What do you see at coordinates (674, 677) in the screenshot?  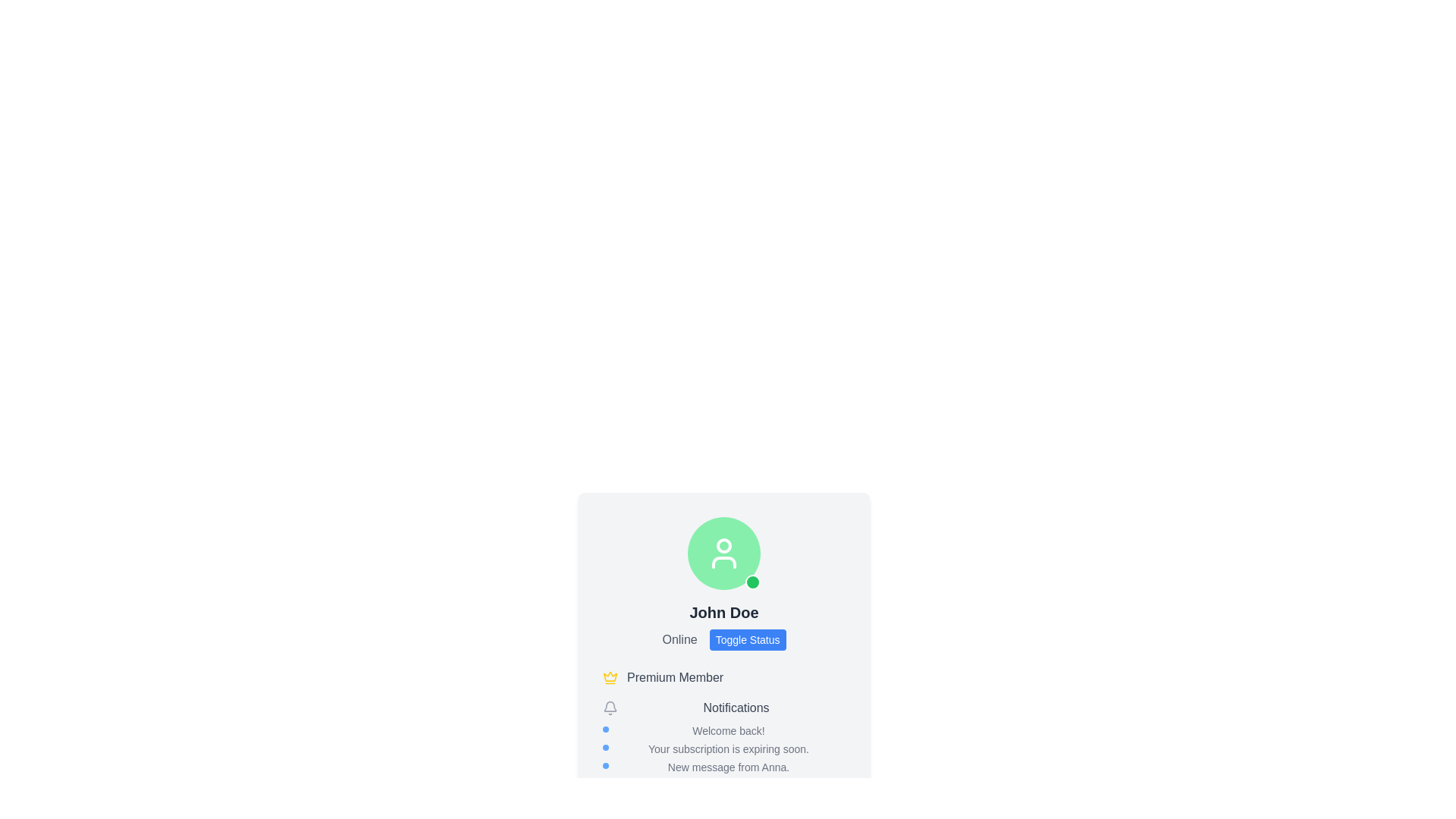 I see `text displayed in the 'Premium Member' label, which is a gray font located near the 'Notifications' section and aligned to a crown icon` at bounding box center [674, 677].